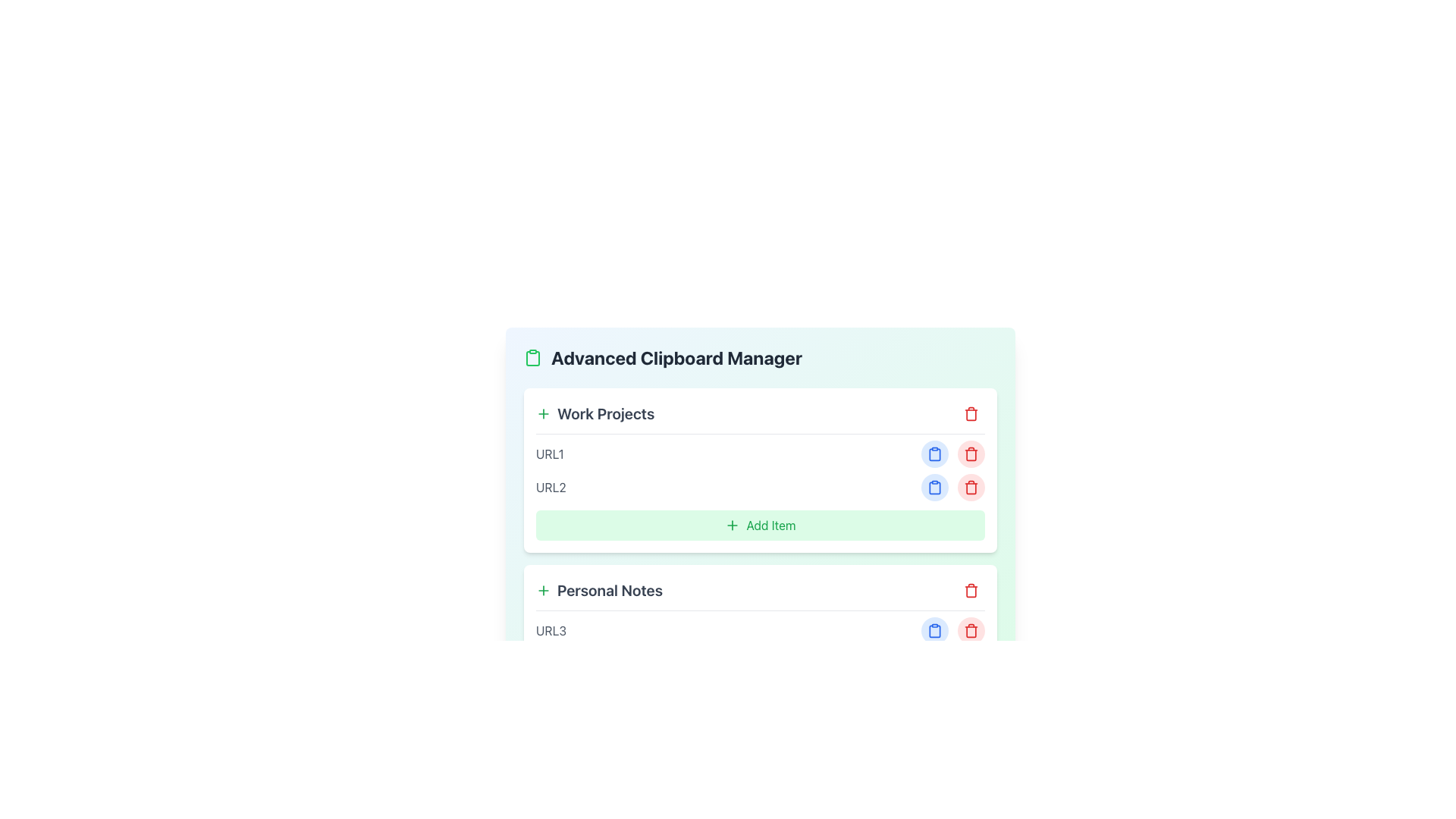  Describe the element at coordinates (532, 359) in the screenshot. I see `the green clipboard icon located in the header section of the 'Advanced Clipboard Manager' interface, which is situated to the left of the title text` at that location.